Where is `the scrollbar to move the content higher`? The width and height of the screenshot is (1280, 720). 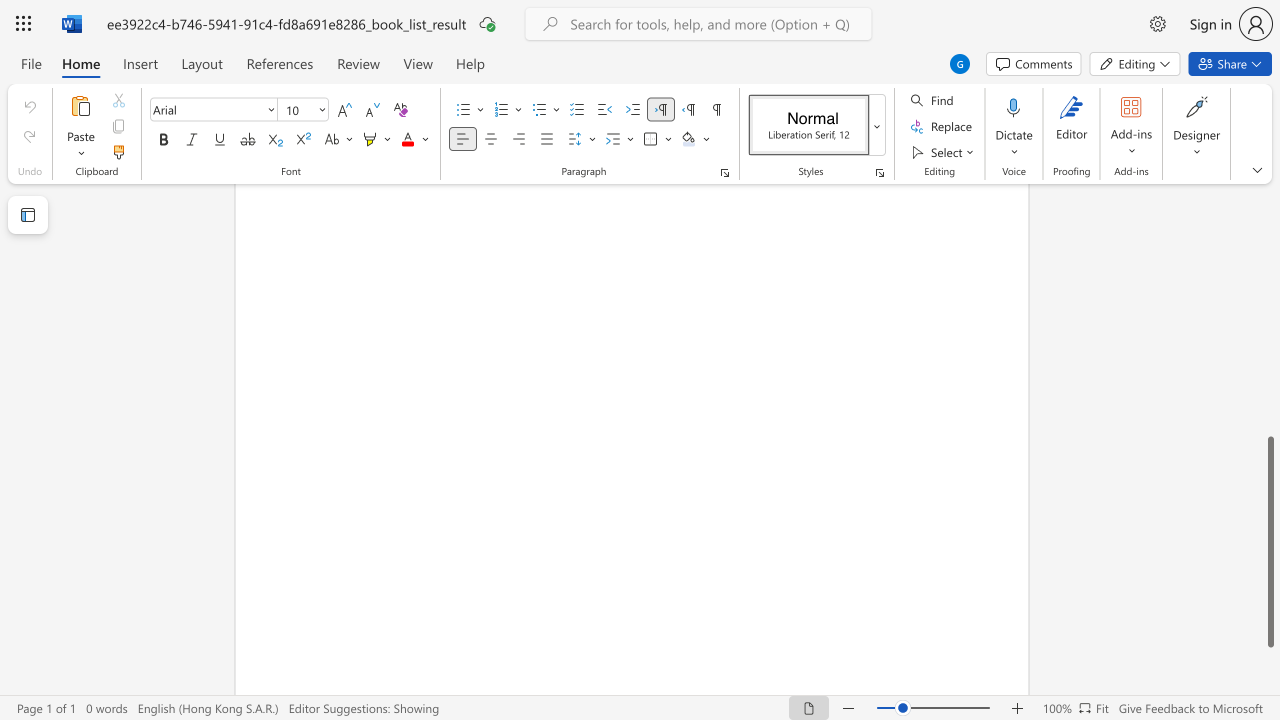
the scrollbar to move the content higher is located at coordinates (1269, 390).